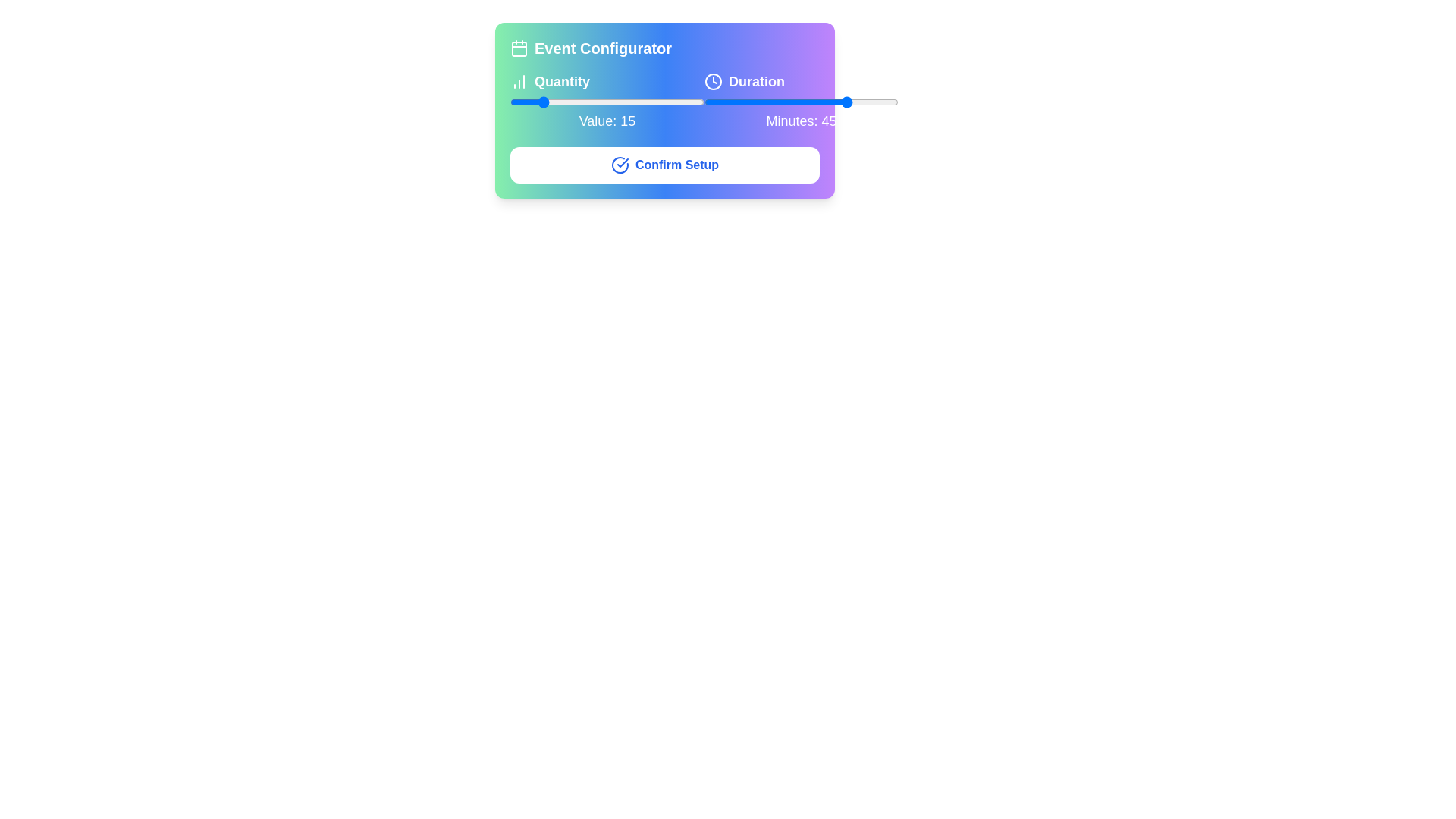  What do you see at coordinates (512, 102) in the screenshot?
I see `the quantity slider` at bounding box center [512, 102].